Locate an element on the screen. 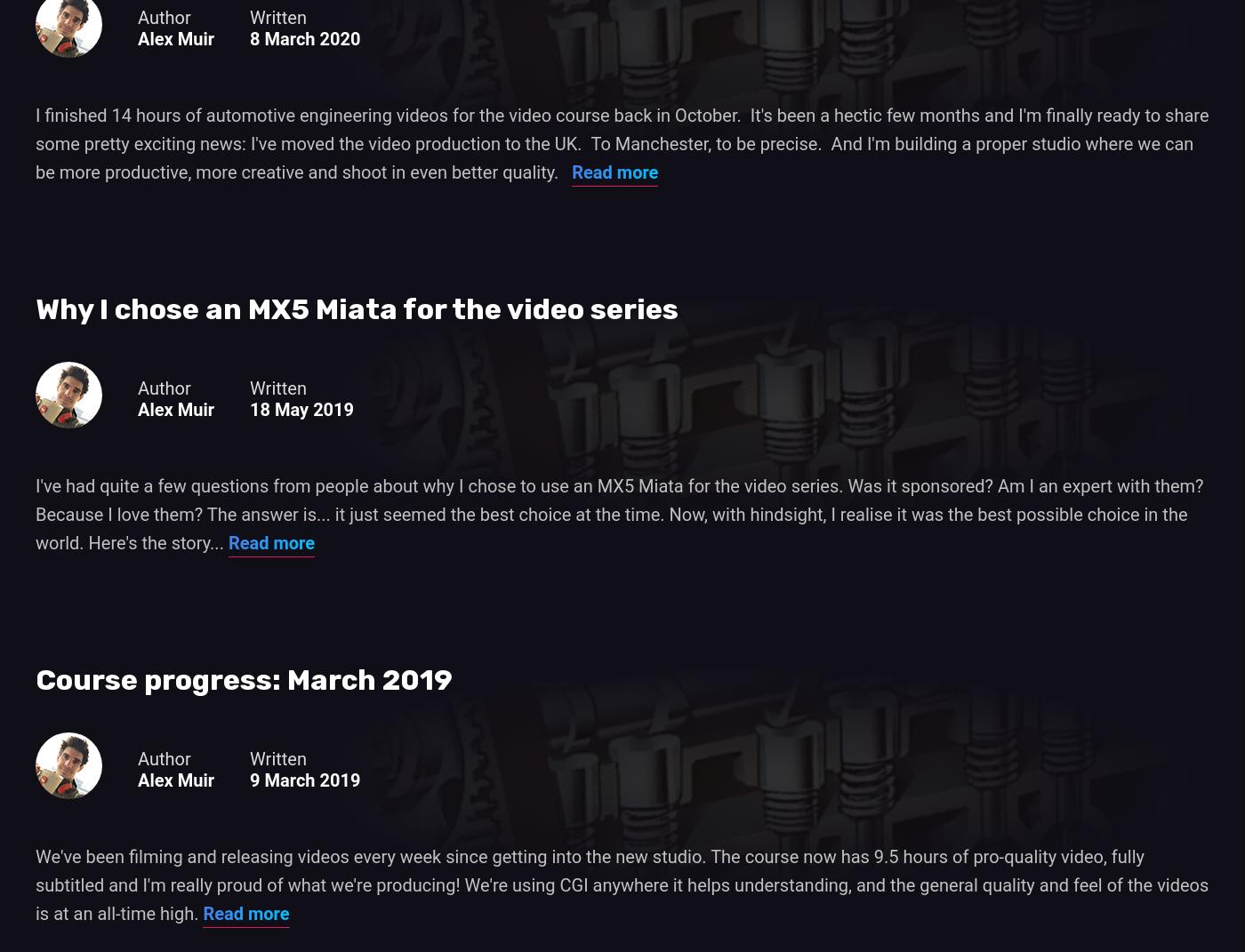 This screenshot has width=1245, height=952. 'We've been filming and releasing videos every week since getting into the new studio. The course now has 9.5 hours of pro-quality video, fully subtitled and I'm really proud of what we're producing! We're using CGI anywhere it helps understanding, and the general quality and feel of the videos is at an all-time high.' is located at coordinates (36, 883).